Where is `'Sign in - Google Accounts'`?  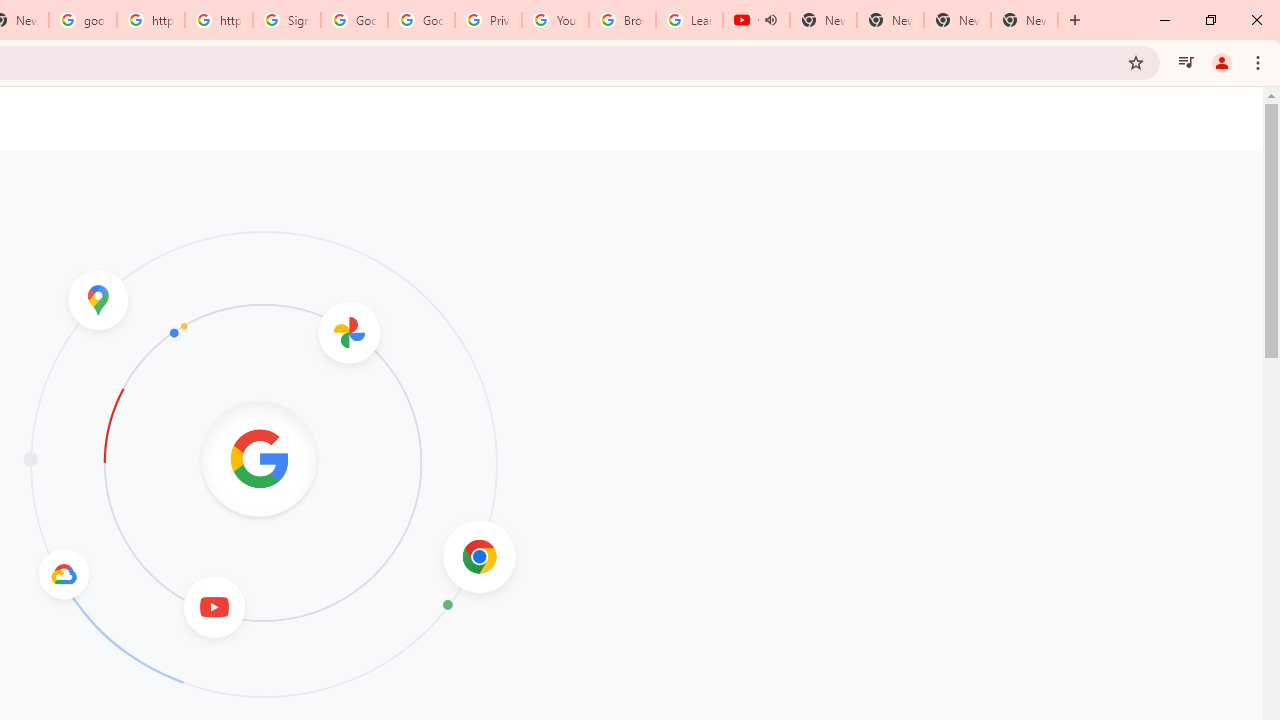 'Sign in - Google Accounts' is located at coordinates (286, 20).